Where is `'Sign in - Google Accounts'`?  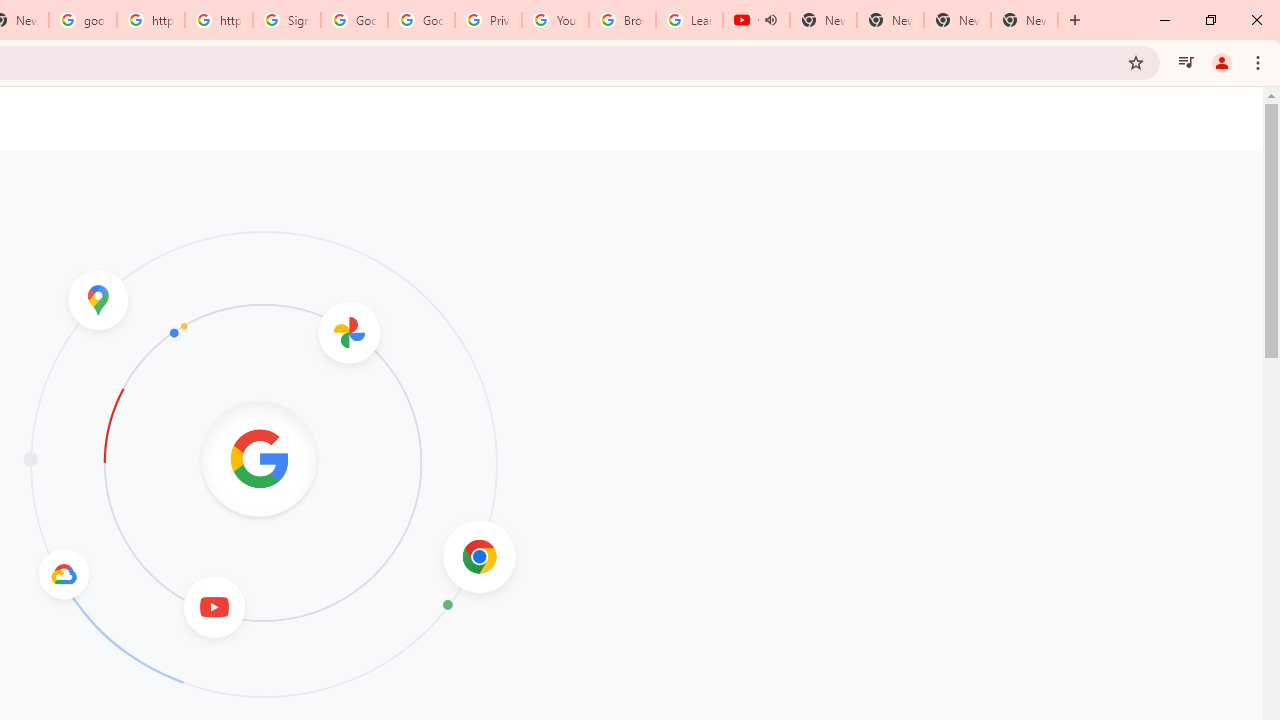 'Sign in - Google Accounts' is located at coordinates (286, 20).